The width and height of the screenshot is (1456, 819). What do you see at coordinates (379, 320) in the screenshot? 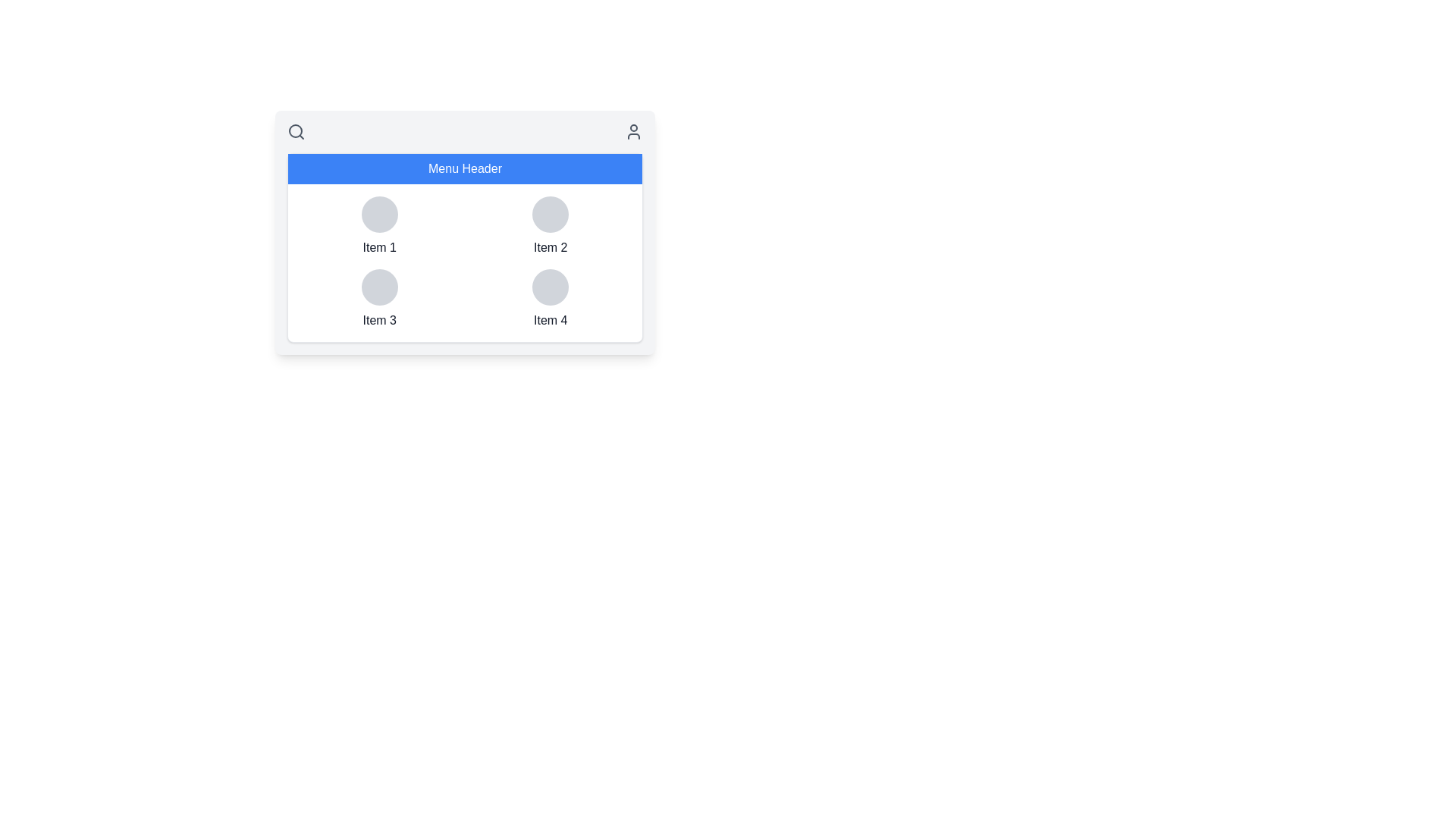
I see `the text label located in the third column and second row under the 'Menu Header', which provides a descriptive identification for the associated visual element` at bounding box center [379, 320].